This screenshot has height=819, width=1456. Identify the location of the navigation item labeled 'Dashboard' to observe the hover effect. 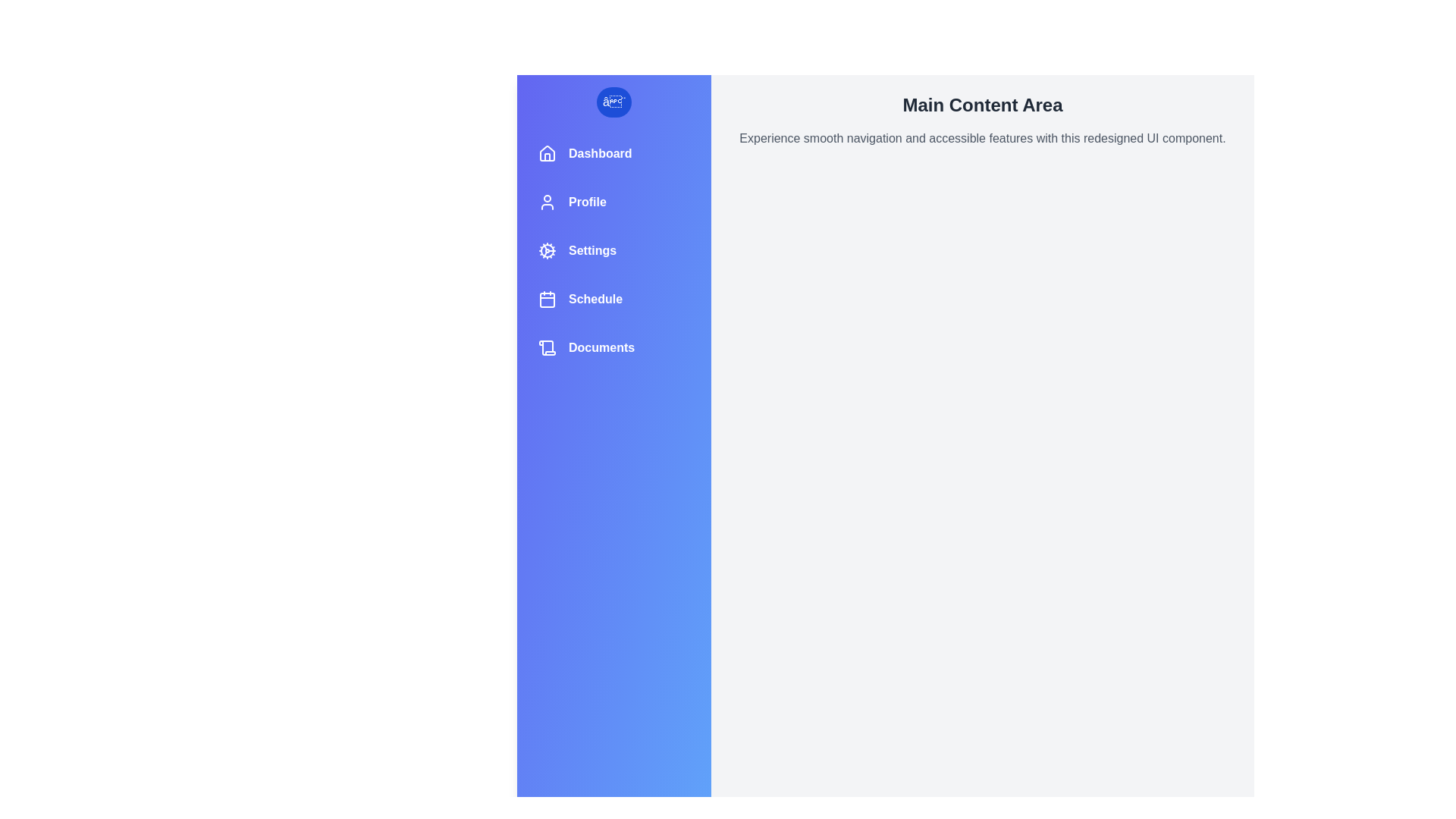
(614, 154).